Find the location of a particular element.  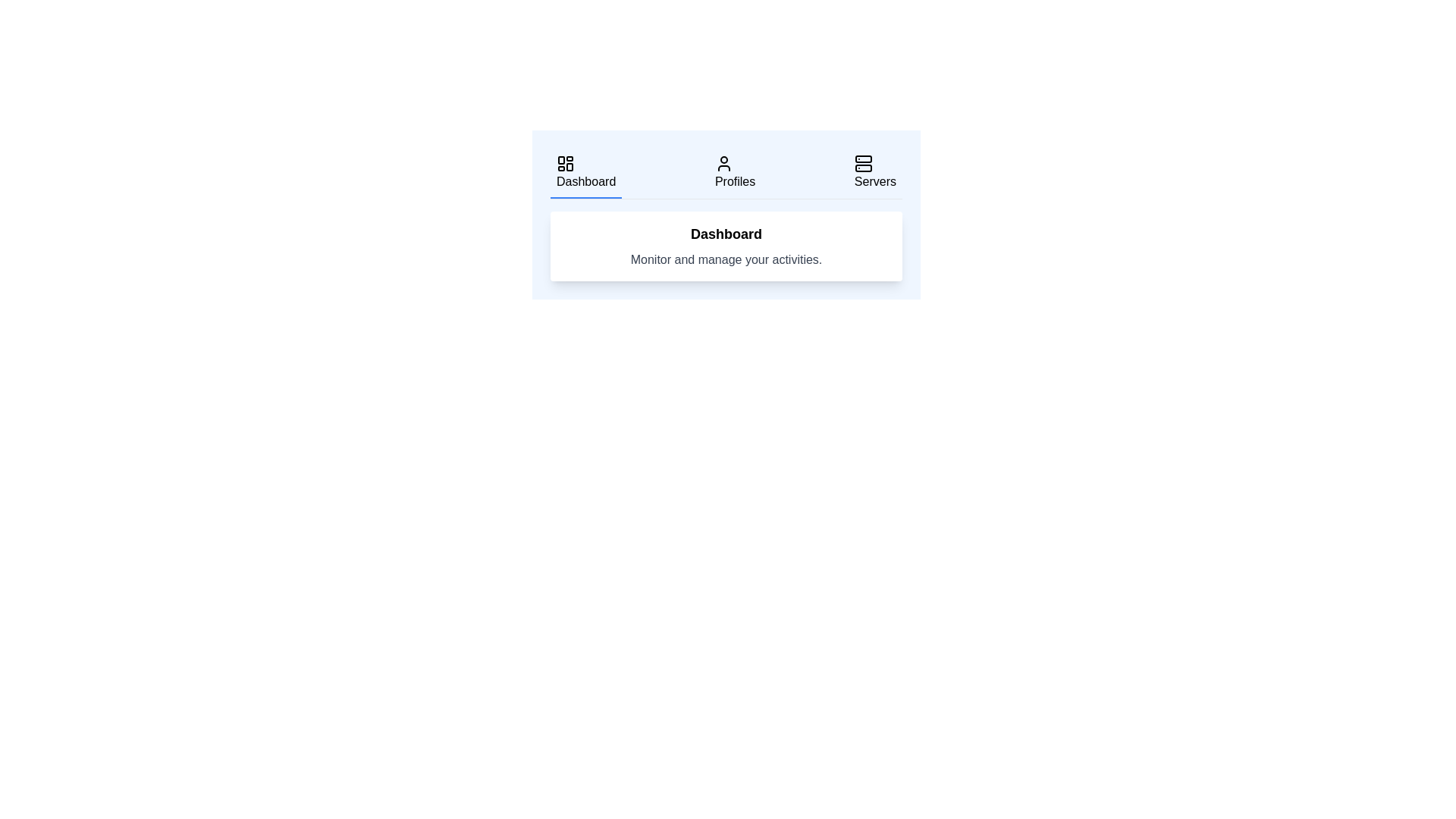

the tab labeled Profiles is located at coordinates (735, 172).